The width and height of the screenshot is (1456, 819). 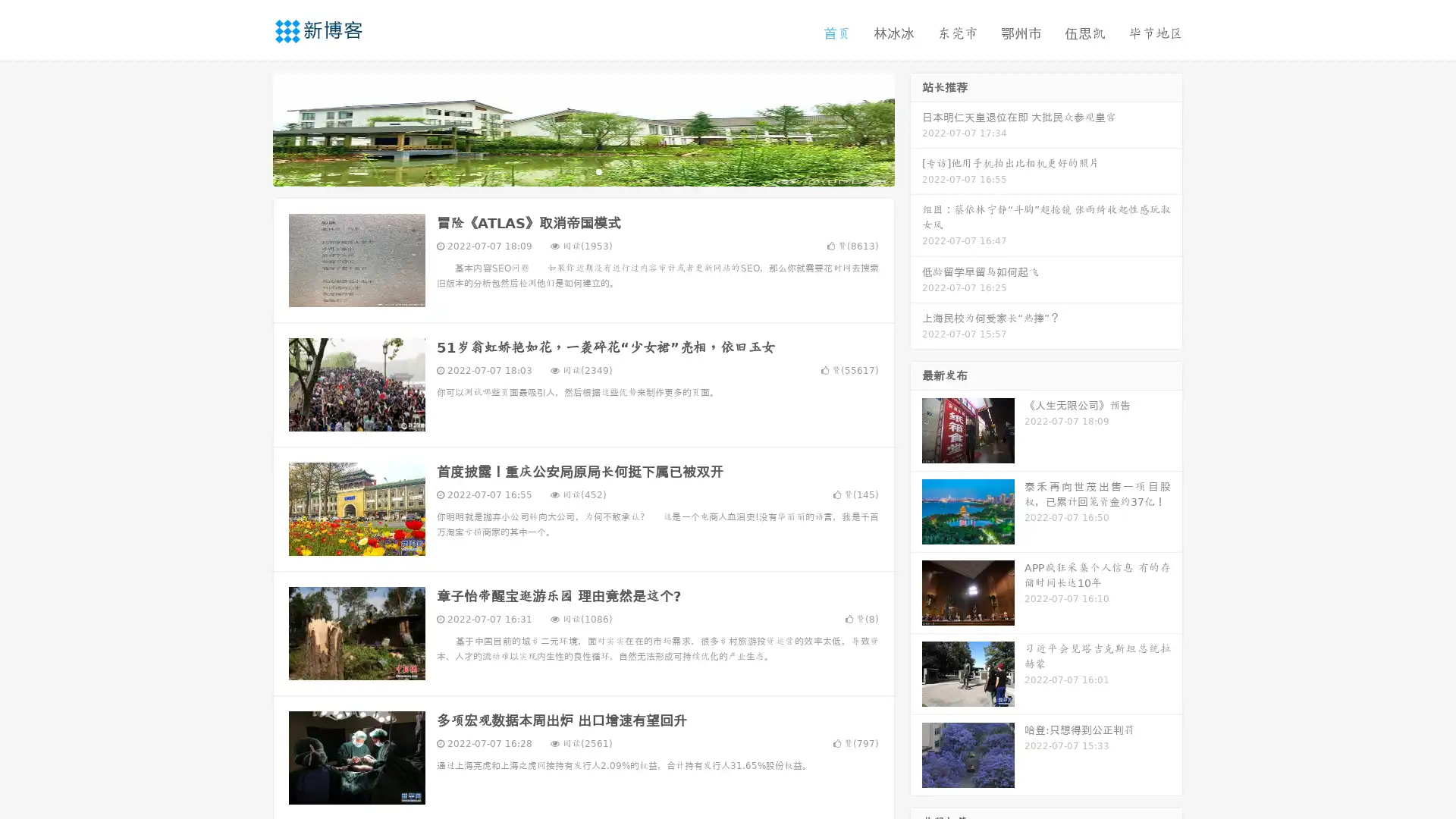 What do you see at coordinates (567, 171) in the screenshot?
I see `Go to slide 1` at bounding box center [567, 171].